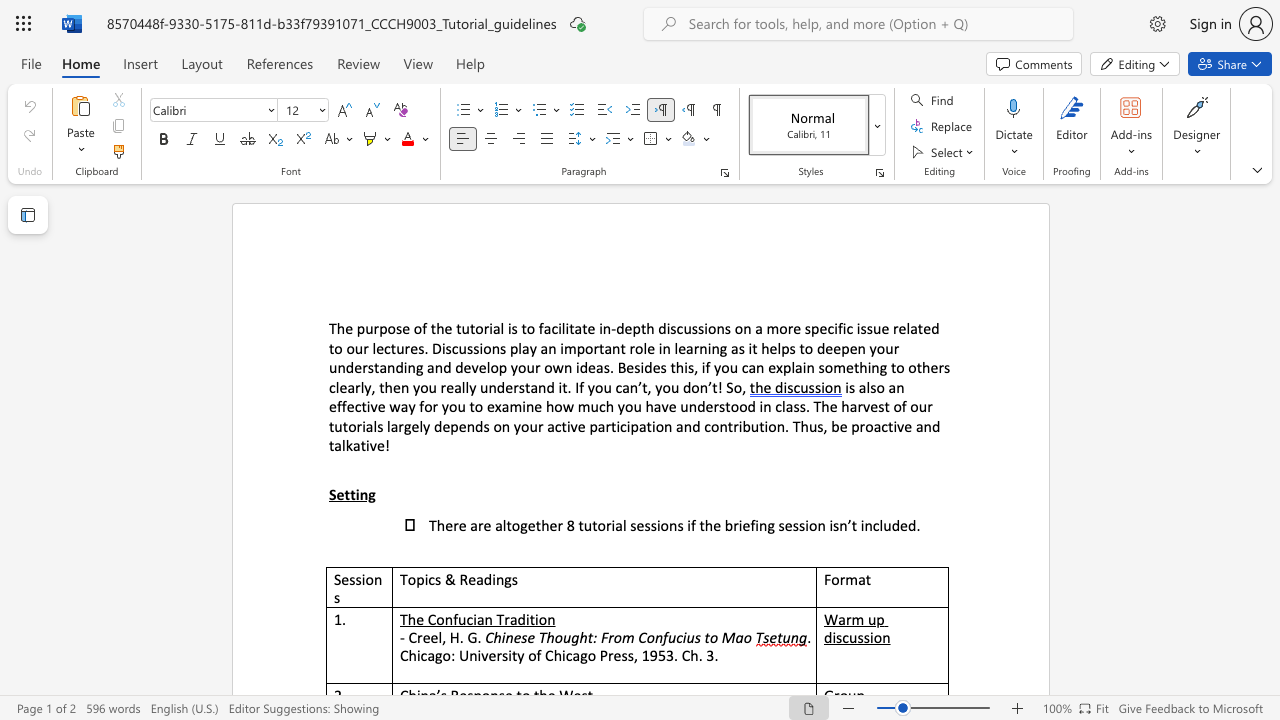 This screenshot has height=720, width=1280. What do you see at coordinates (425, 425) in the screenshot?
I see `the 1th character "y" in the text` at bounding box center [425, 425].